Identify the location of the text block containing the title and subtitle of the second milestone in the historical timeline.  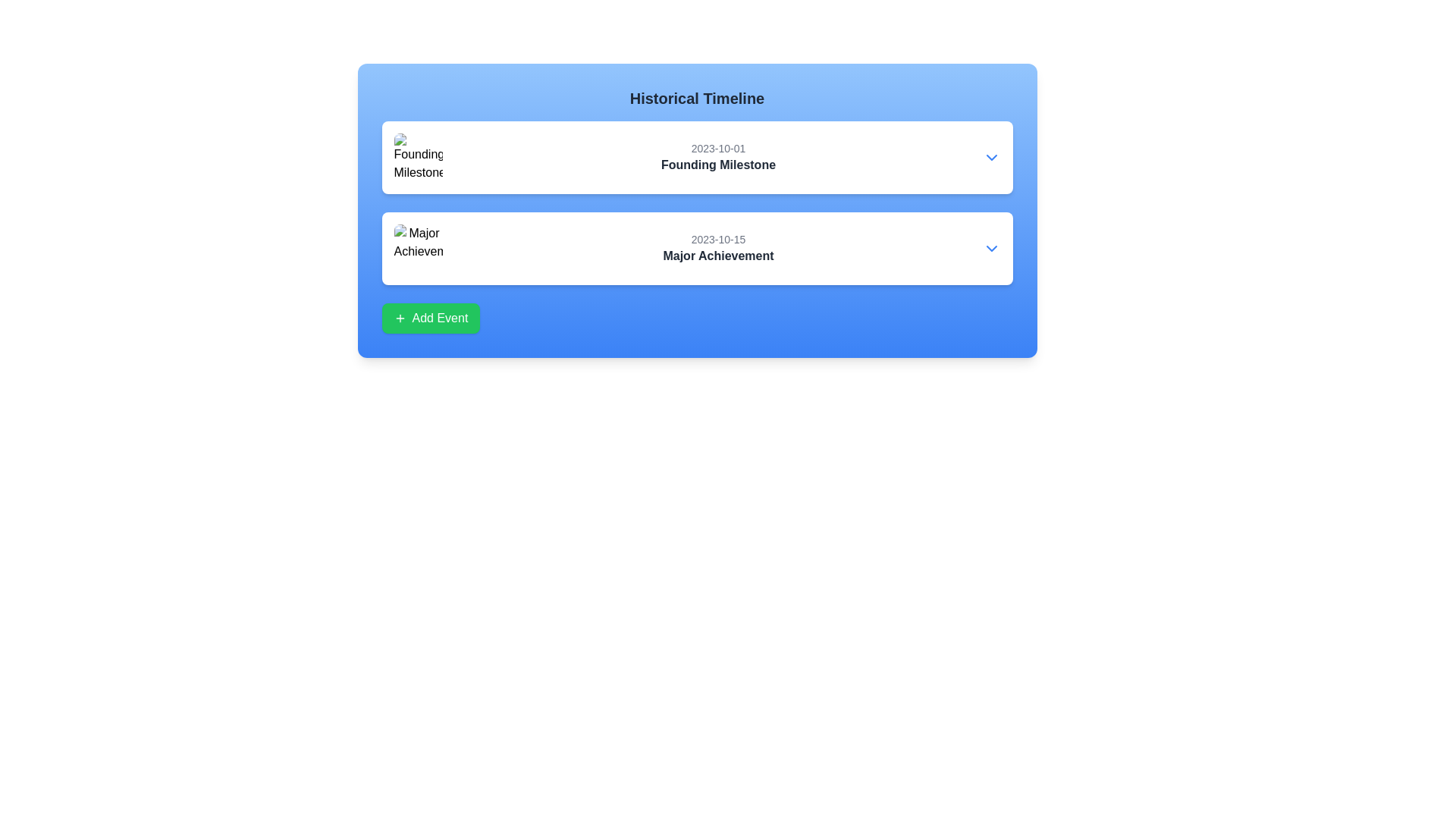
(717, 247).